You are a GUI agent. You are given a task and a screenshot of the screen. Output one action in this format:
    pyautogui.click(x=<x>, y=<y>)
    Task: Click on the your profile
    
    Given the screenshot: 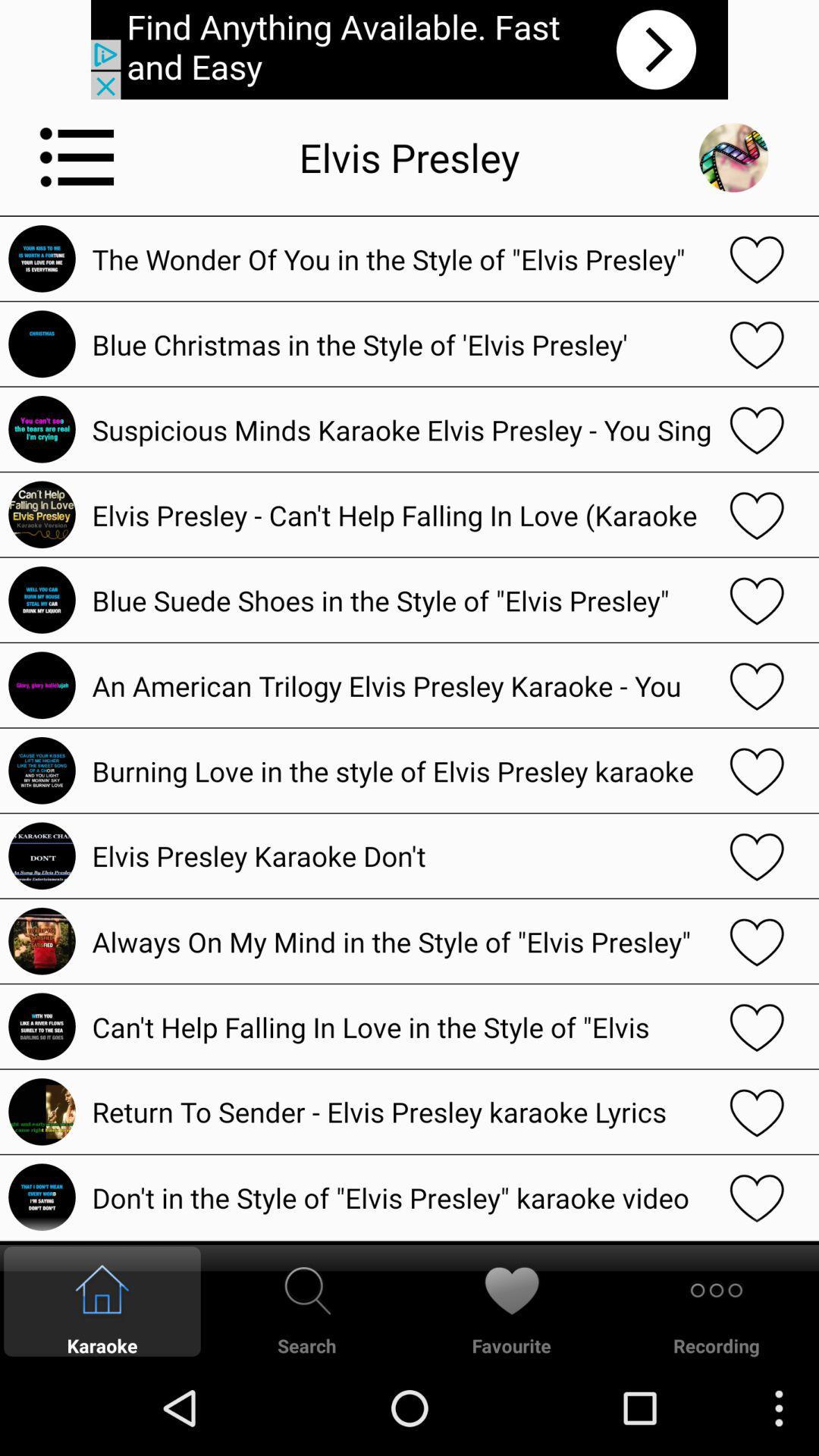 What is the action you would take?
    pyautogui.click(x=733, y=157)
    